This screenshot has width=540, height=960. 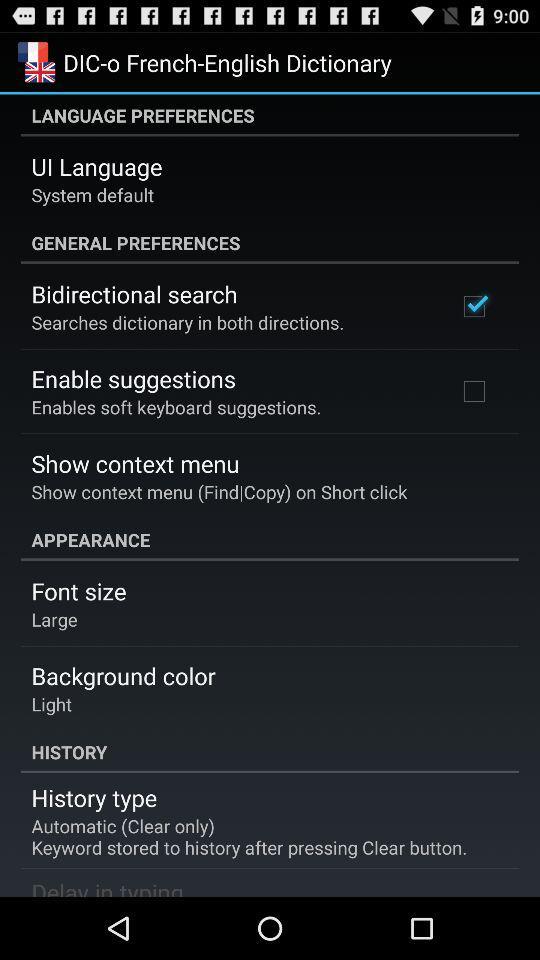 What do you see at coordinates (91, 194) in the screenshot?
I see `the system default icon` at bounding box center [91, 194].